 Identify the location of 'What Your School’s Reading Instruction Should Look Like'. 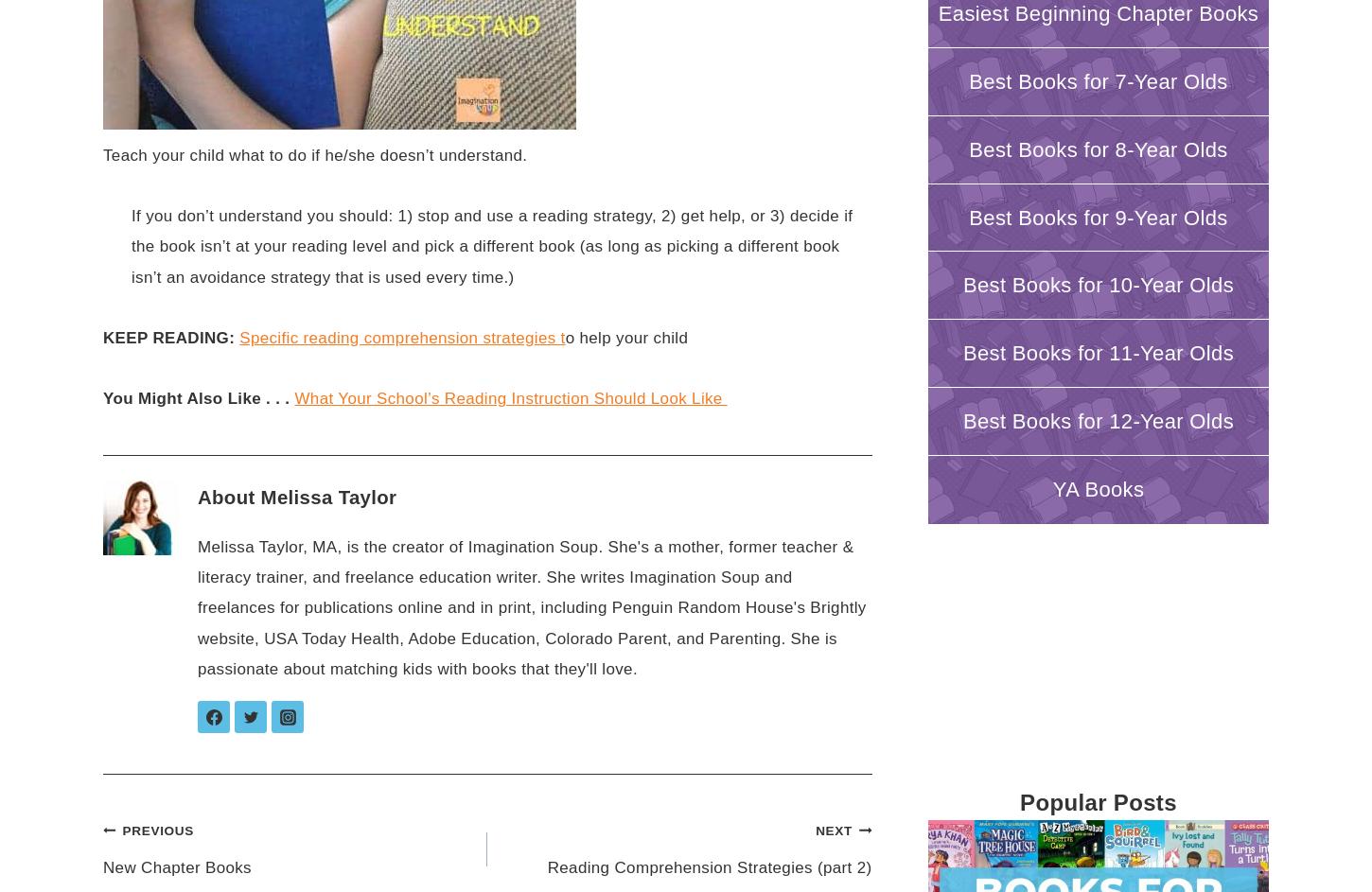
(294, 398).